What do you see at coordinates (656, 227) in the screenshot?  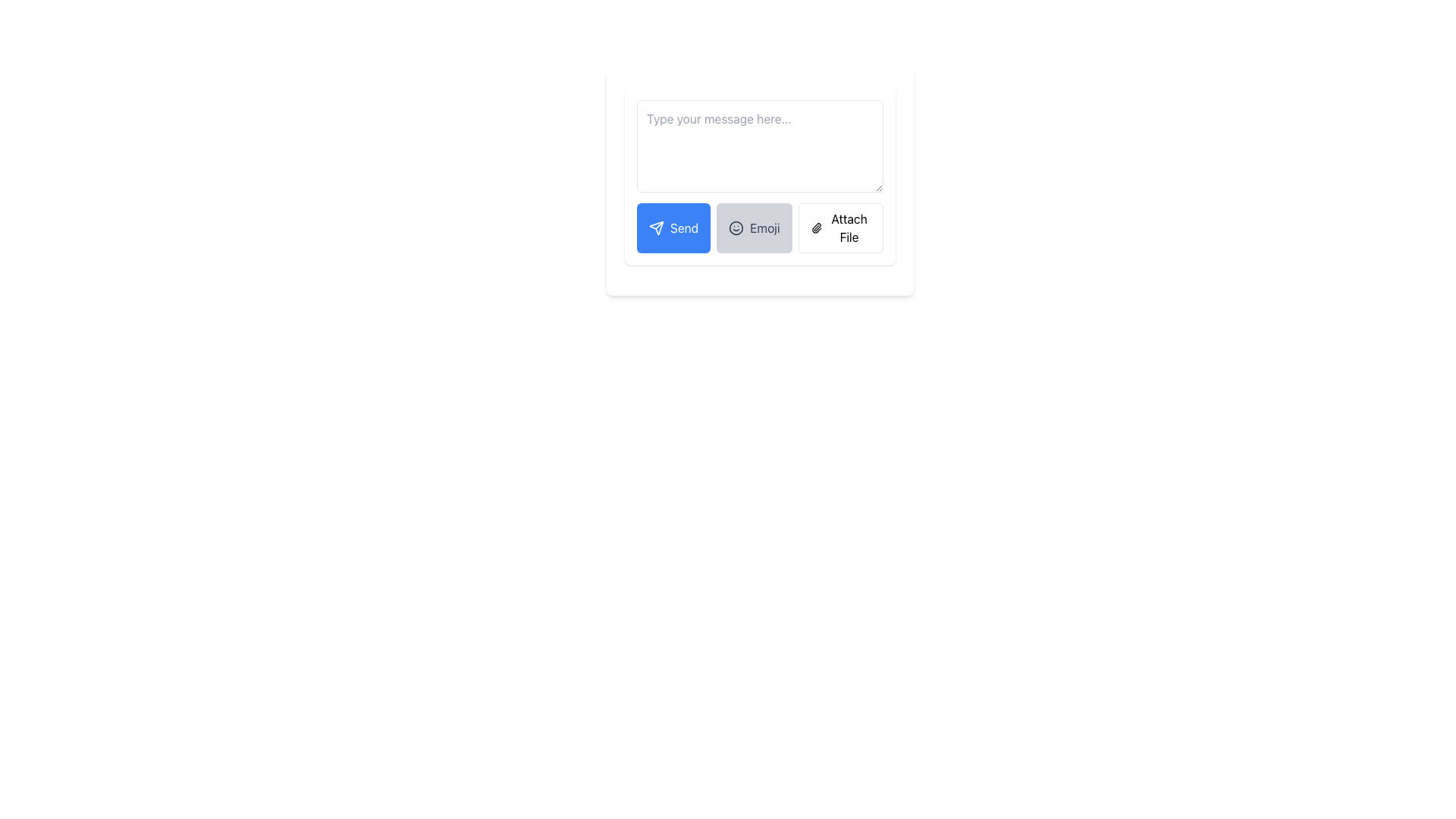 I see `the send action icon located to the left of the 'Send' text within the button, which is the first element in a row of controls below the text input box` at bounding box center [656, 227].